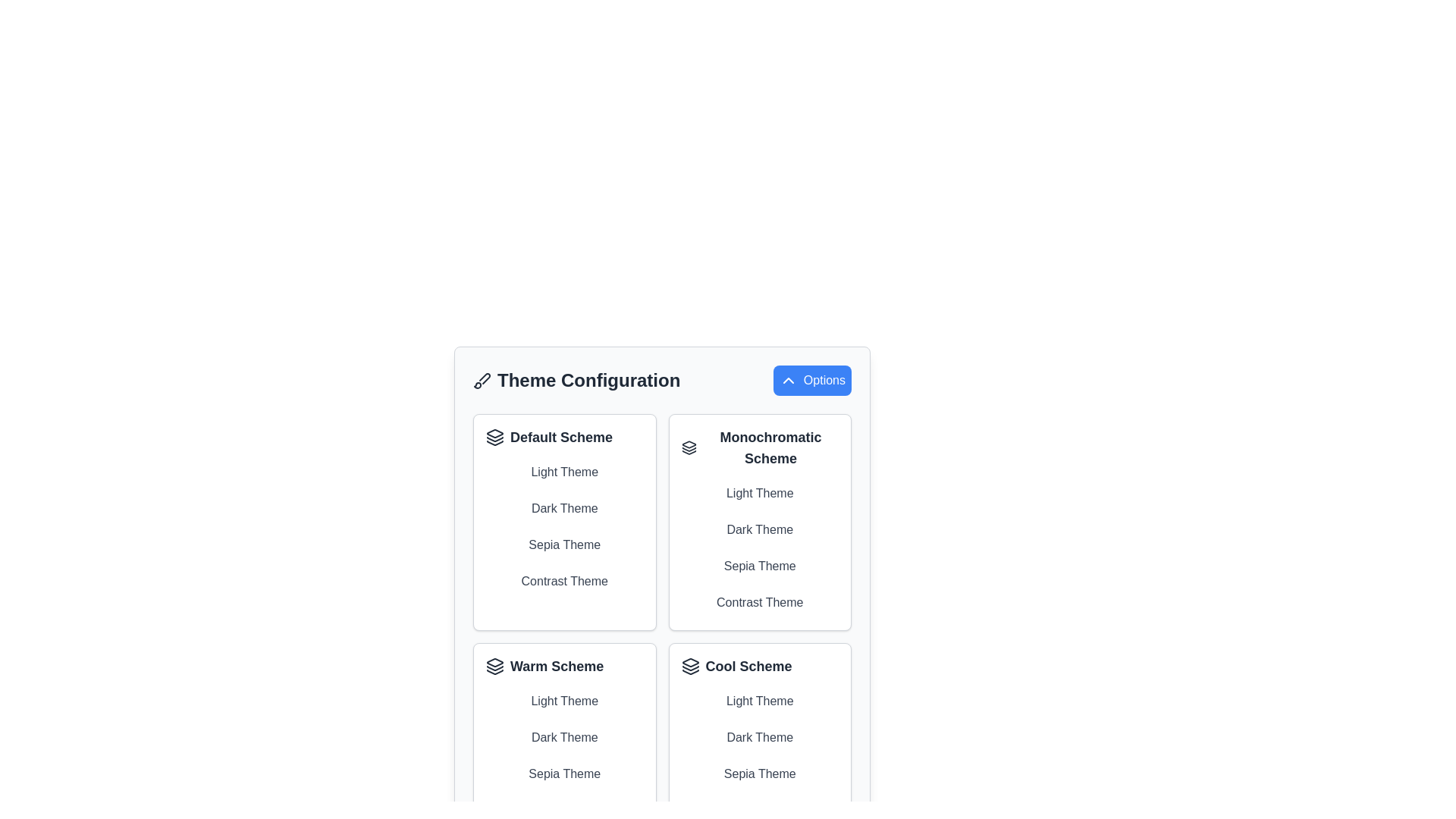 Image resolution: width=1456 pixels, height=819 pixels. What do you see at coordinates (689, 666) in the screenshot?
I see `the 'Cool Scheme' icon that signifies multiple layers or components, located in the bottom-right section of the grid layout, to the left of its text label` at bounding box center [689, 666].